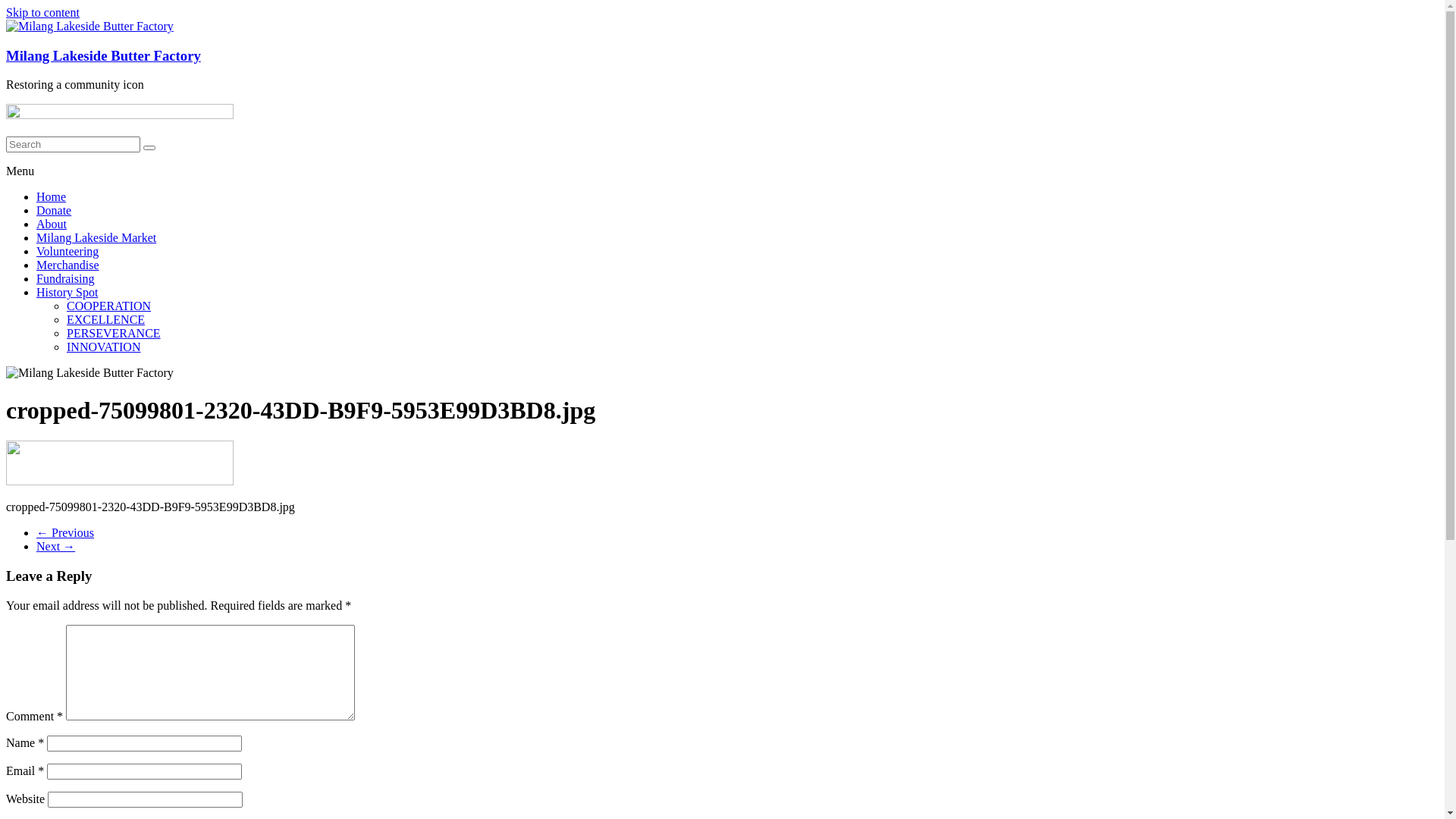 The height and width of the screenshot is (819, 1456). What do you see at coordinates (65, 318) in the screenshot?
I see `'EXCELLENCE'` at bounding box center [65, 318].